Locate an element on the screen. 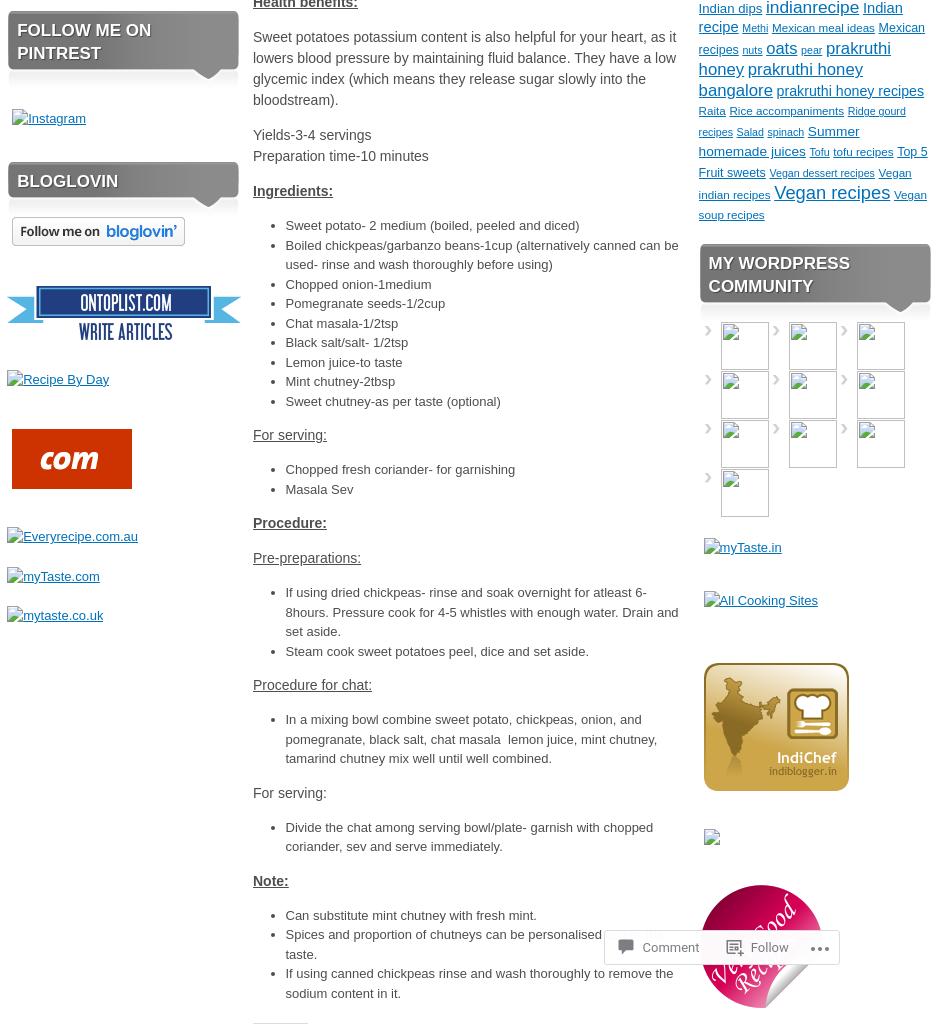 This screenshot has height=1025, width=940. 'pear' is located at coordinates (800, 47).